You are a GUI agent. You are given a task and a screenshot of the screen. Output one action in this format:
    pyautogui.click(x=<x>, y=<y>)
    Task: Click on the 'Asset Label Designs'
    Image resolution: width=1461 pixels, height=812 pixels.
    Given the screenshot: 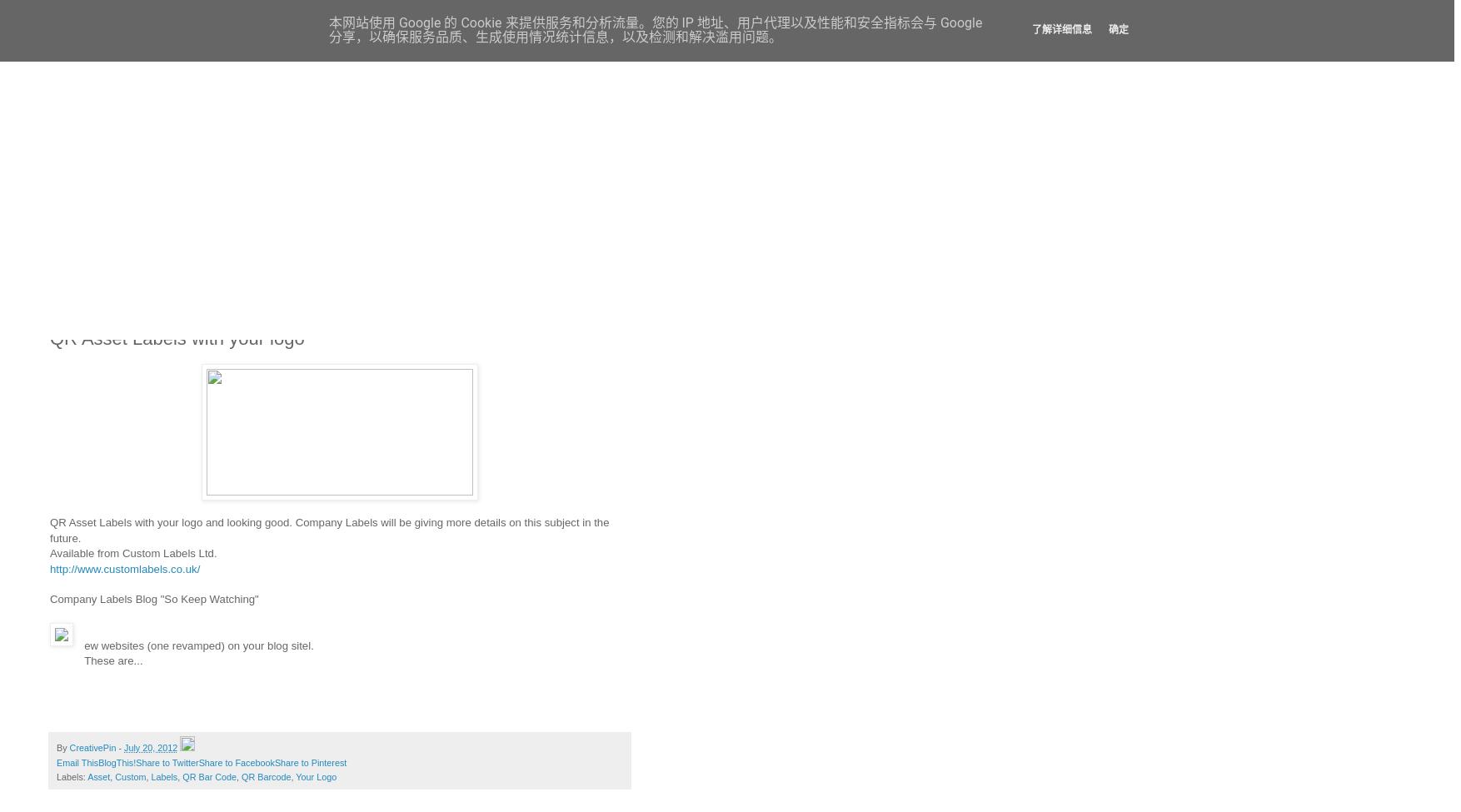 What is the action you would take?
    pyautogui.click(x=103, y=204)
    